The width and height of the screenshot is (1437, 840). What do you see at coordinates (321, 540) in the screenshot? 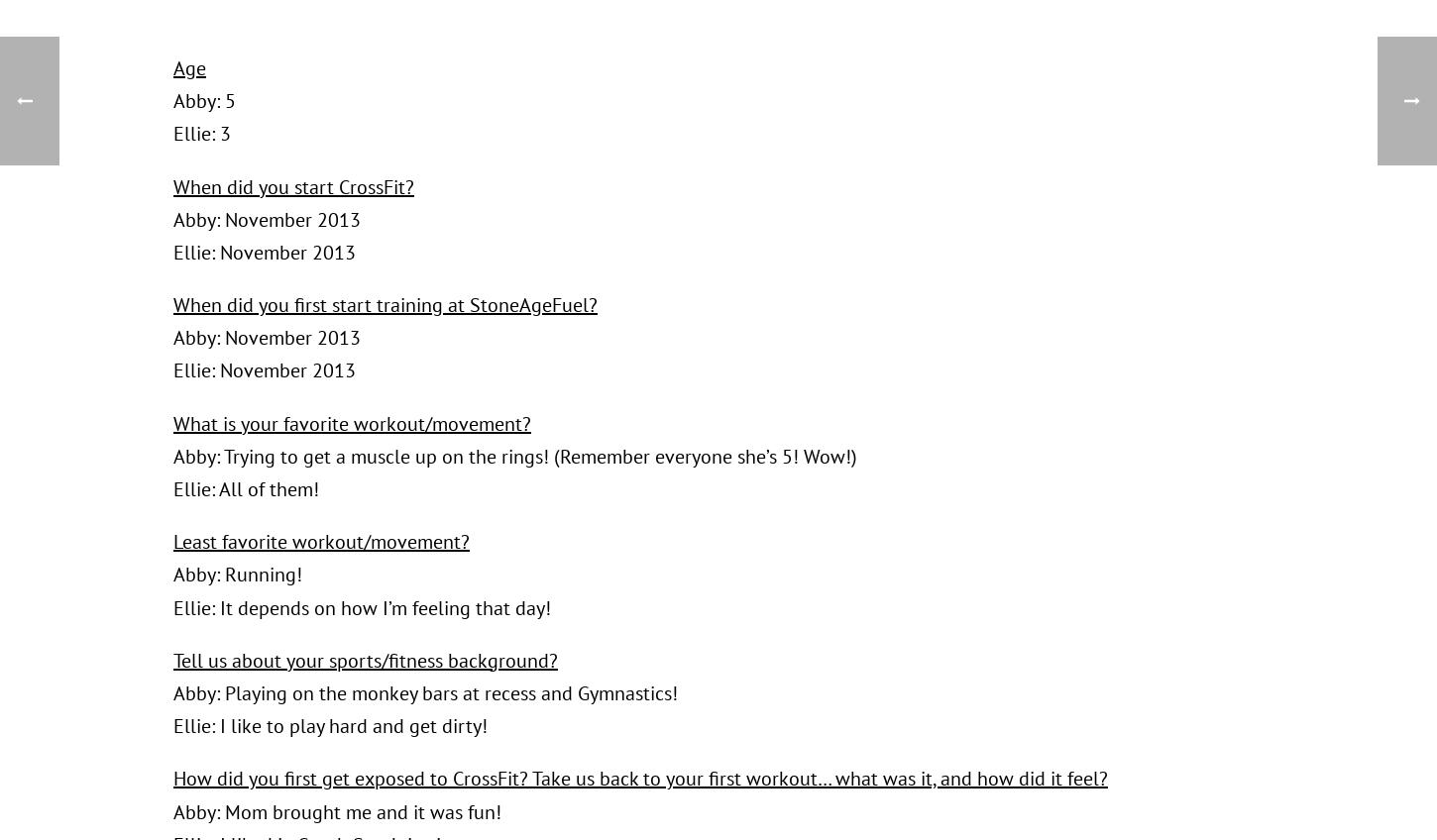
I see `'Least favorite workout/movement?'` at bounding box center [321, 540].